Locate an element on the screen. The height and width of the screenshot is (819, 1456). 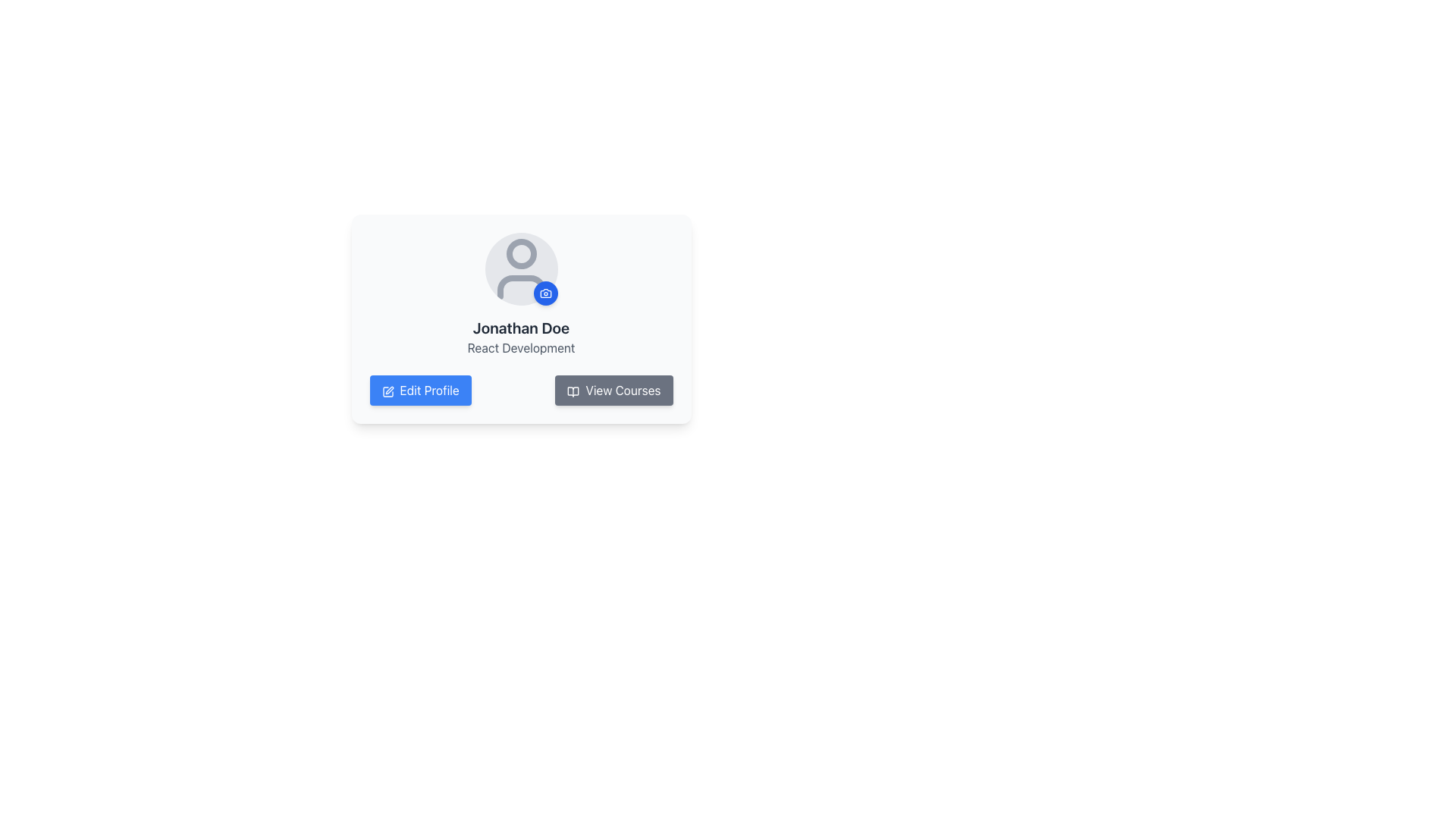
the lower section of the user avatar image, which represents the bottom half of the avatar icon is located at coordinates (521, 287).